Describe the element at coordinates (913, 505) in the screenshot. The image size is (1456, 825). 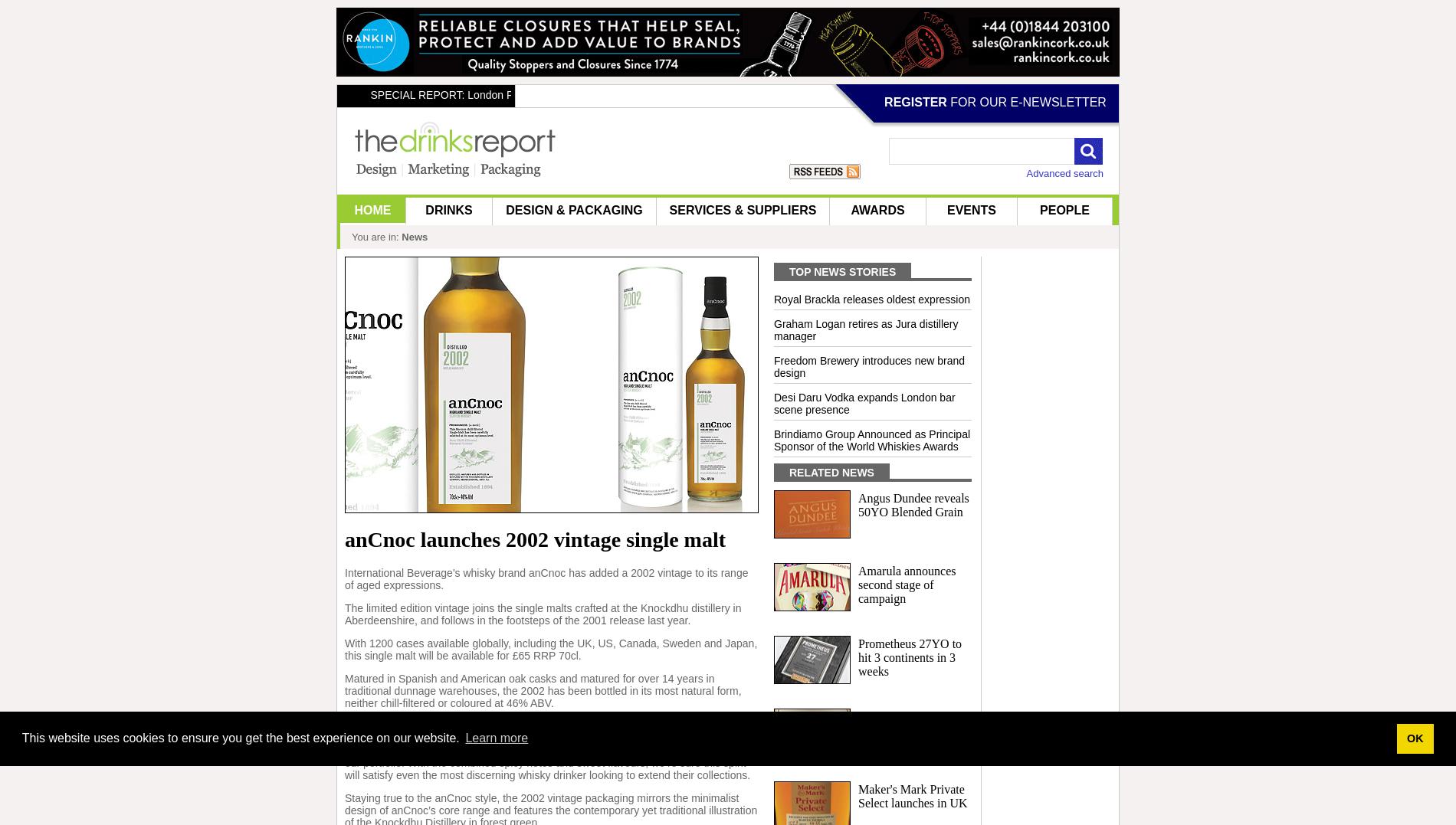
I see `'Angus Dundee reveals 50YO Blended Grain'` at that location.